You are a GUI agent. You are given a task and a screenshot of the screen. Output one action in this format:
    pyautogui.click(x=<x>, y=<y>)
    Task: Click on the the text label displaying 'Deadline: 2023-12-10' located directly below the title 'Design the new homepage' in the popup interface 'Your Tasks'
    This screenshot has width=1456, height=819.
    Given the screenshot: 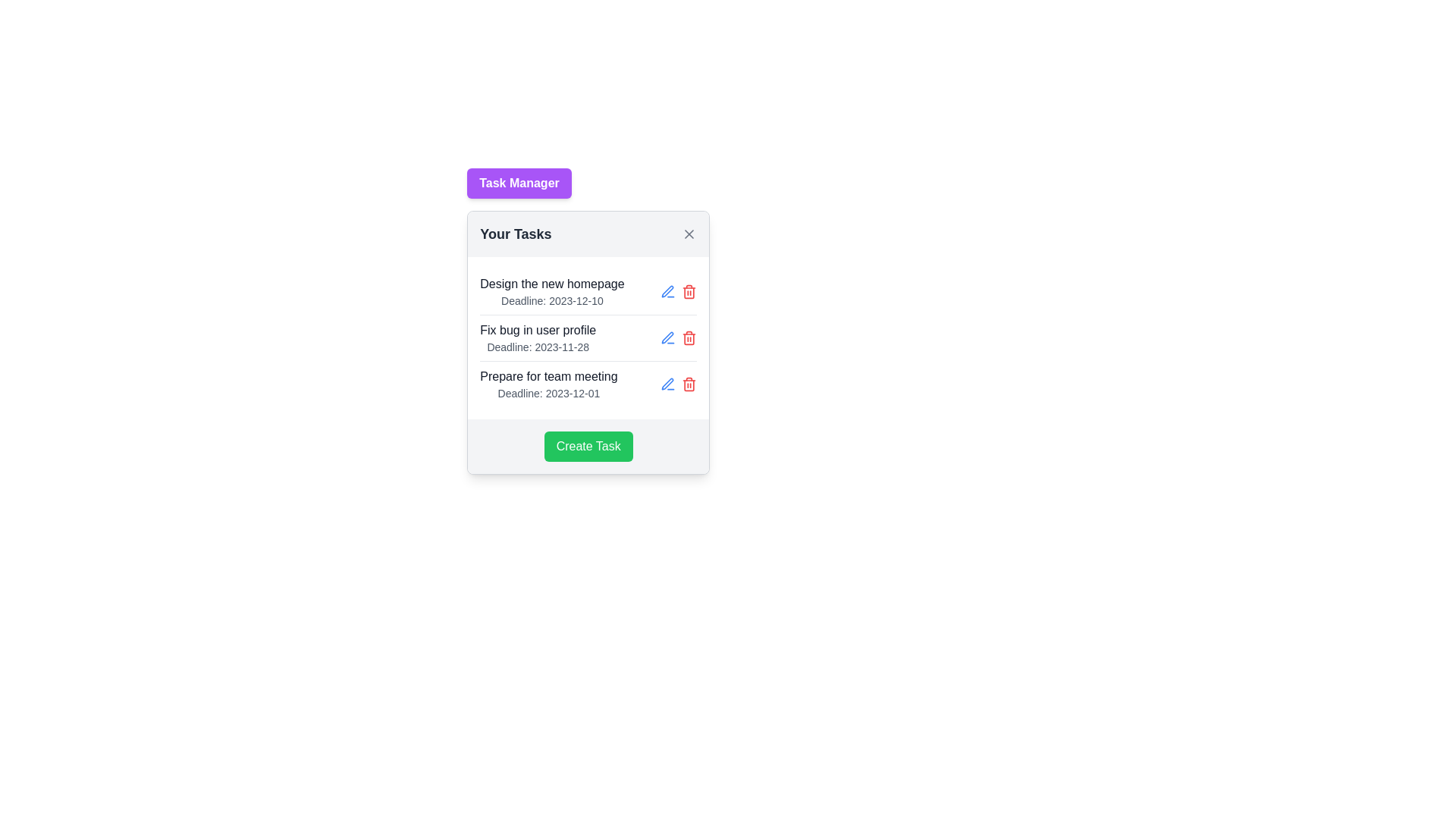 What is the action you would take?
    pyautogui.click(x=551, y=301)
    